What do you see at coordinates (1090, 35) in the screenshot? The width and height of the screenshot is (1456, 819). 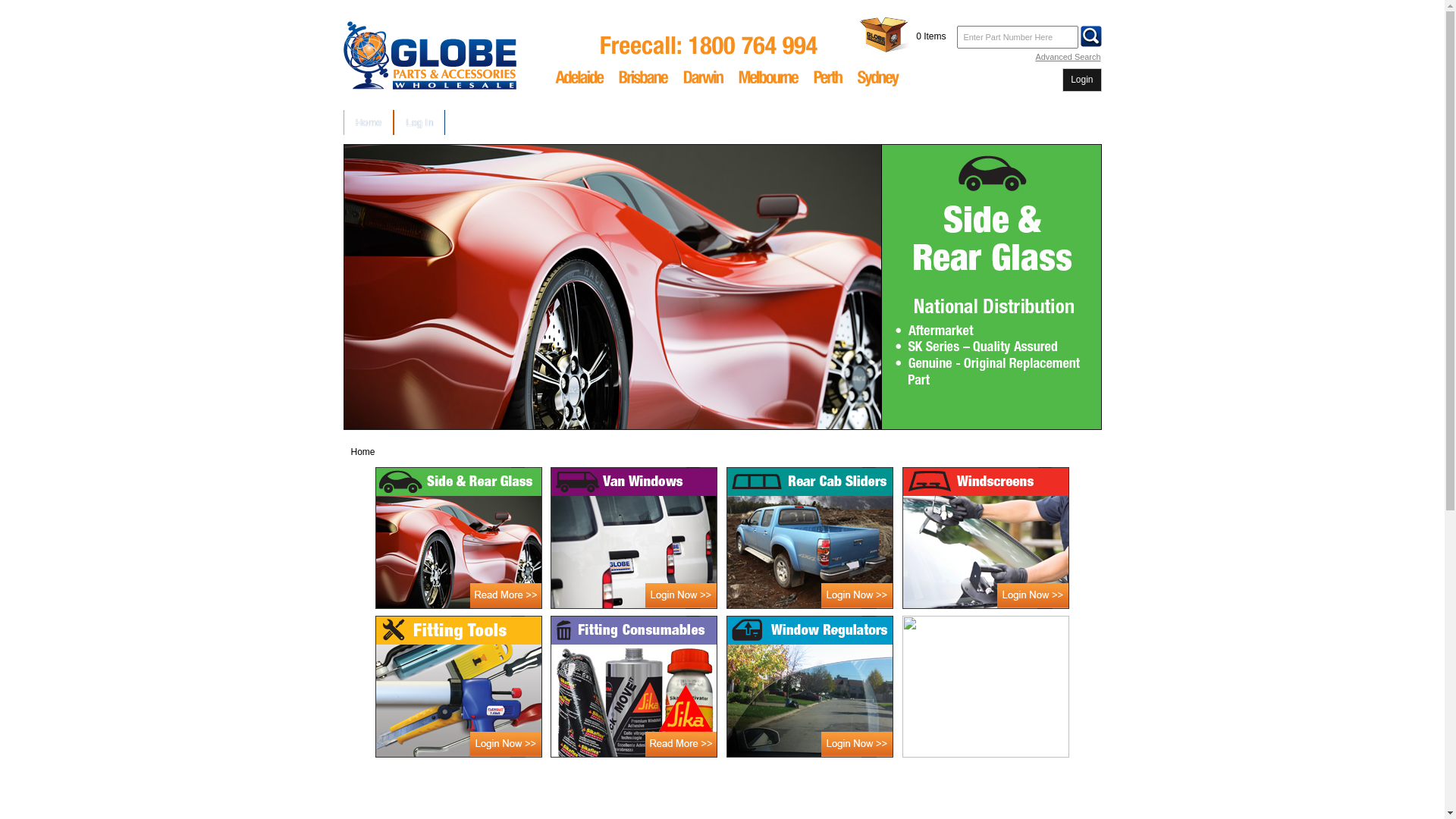 I see `'Search'` at bounding box center [1090, 35].